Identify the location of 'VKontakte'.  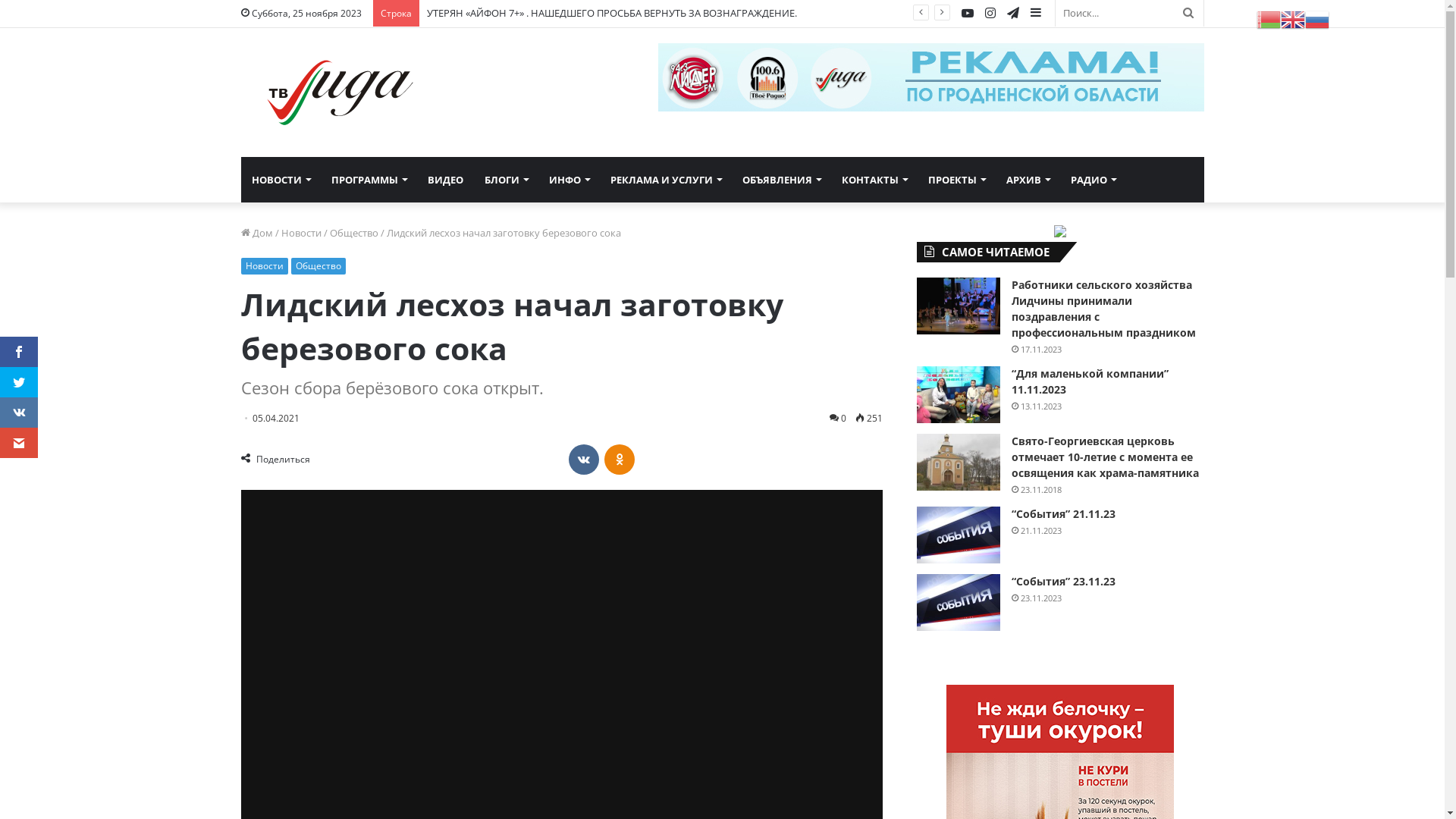
(582, 458).